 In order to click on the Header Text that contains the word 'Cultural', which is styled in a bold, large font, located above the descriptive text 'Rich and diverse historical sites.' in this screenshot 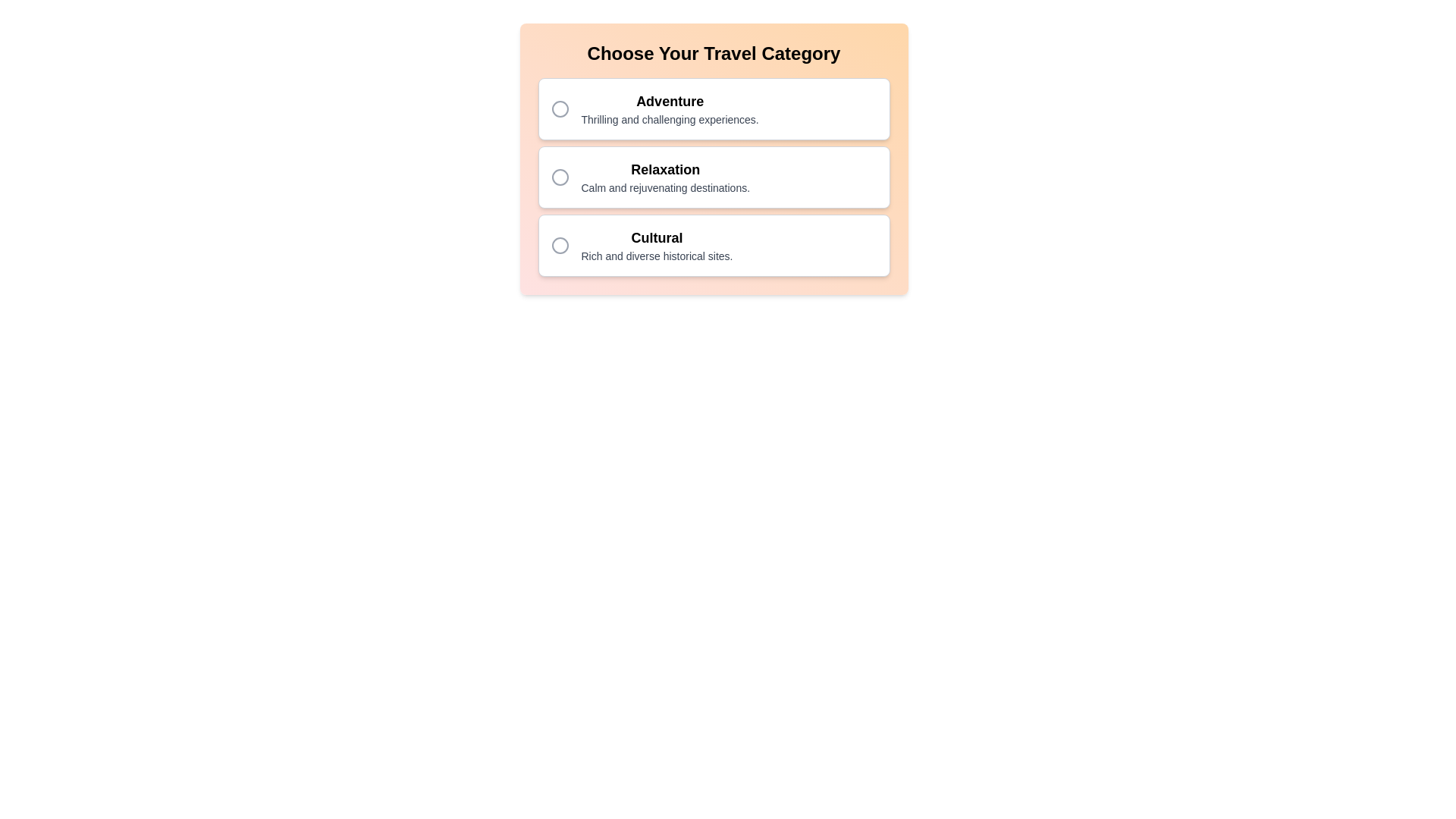, I will do `click(657, 237)`.